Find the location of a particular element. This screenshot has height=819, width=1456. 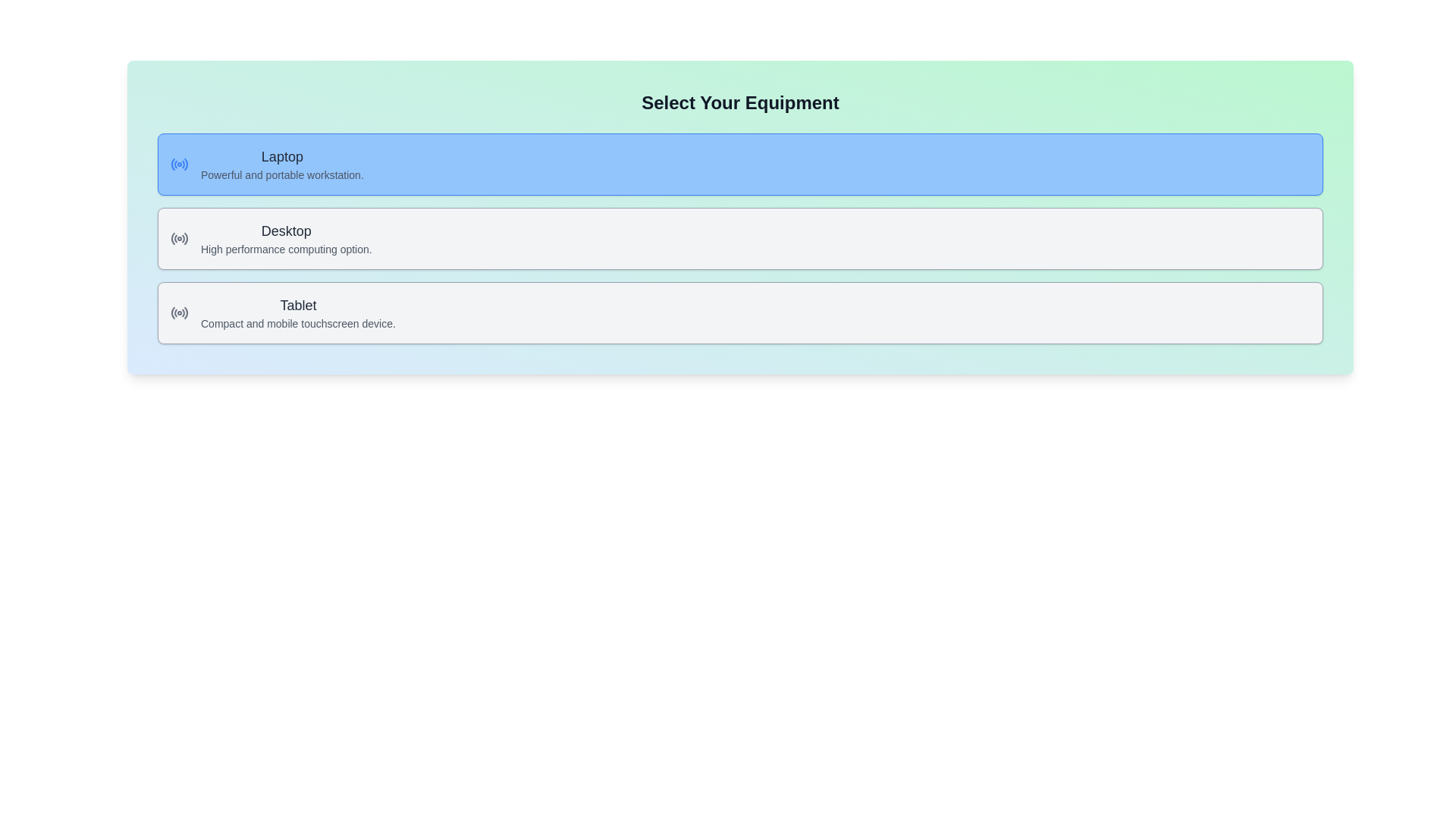

descriptive text located directly below the 'Tablet' header, which is the third item in the vertical list of equipment options is located at coordinates (298, 323).